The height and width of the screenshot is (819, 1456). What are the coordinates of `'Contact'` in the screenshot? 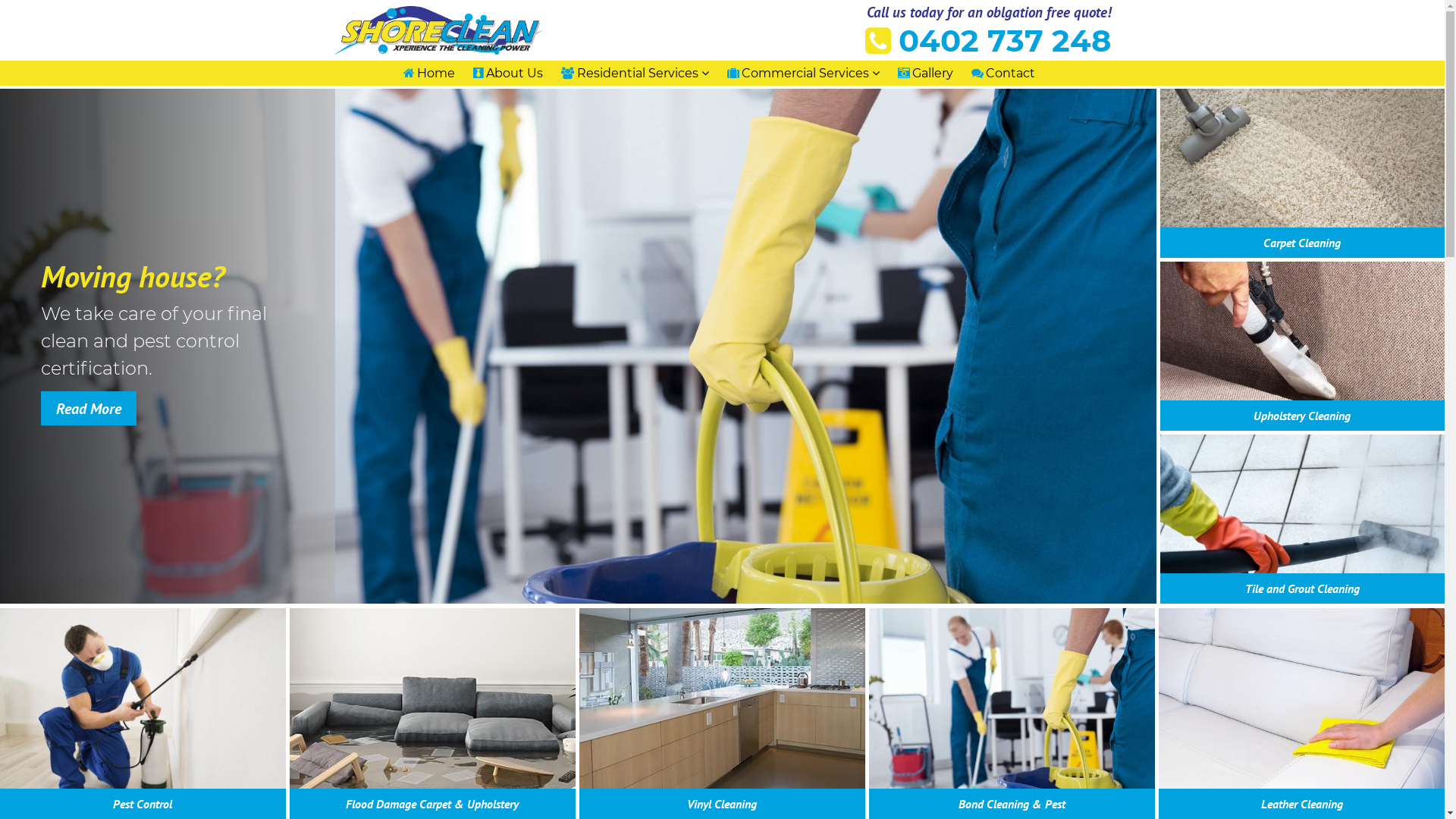 It's located at (971, 73).